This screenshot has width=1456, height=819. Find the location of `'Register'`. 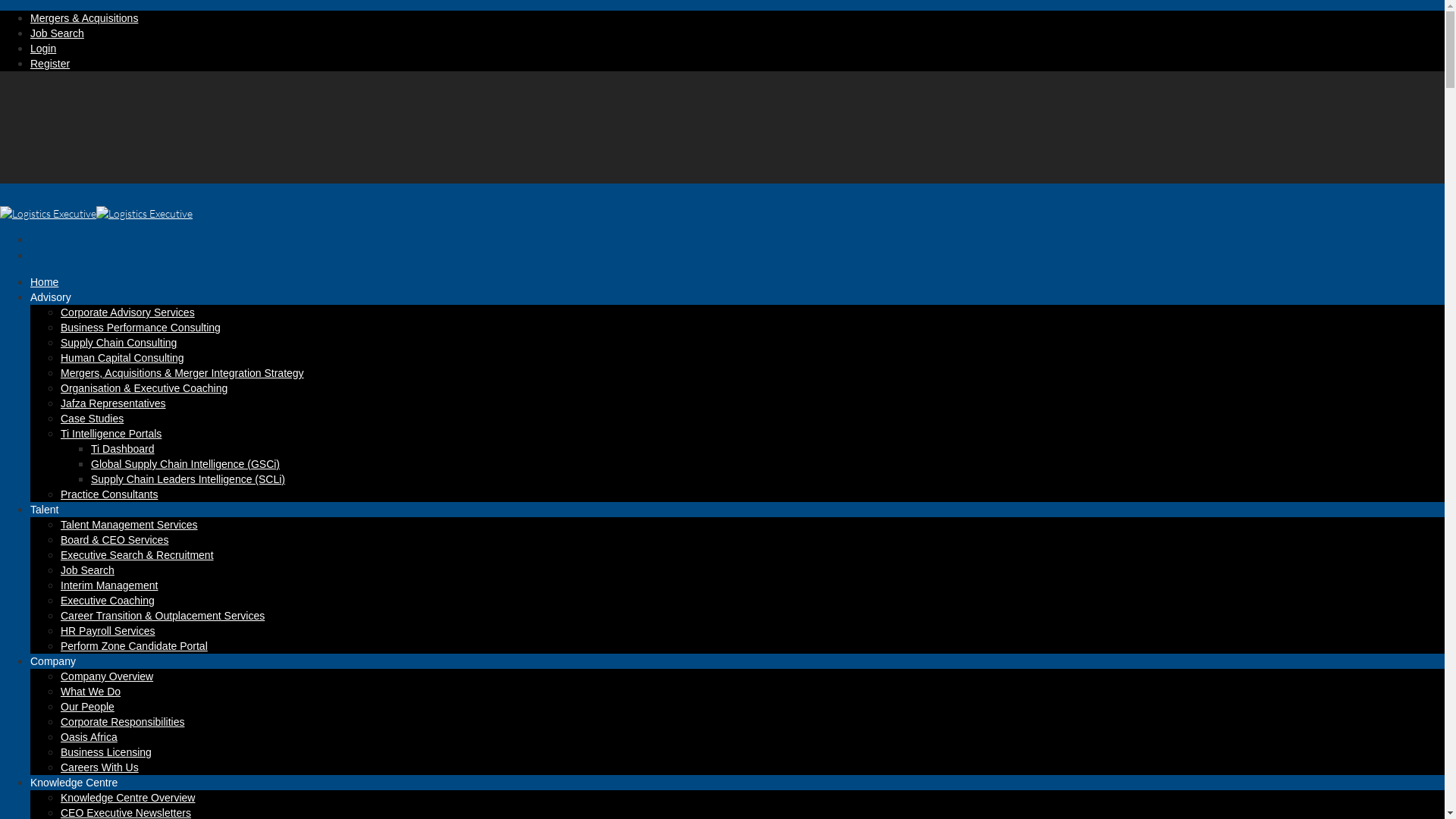

'Register' is located at coordinates (50, 63).